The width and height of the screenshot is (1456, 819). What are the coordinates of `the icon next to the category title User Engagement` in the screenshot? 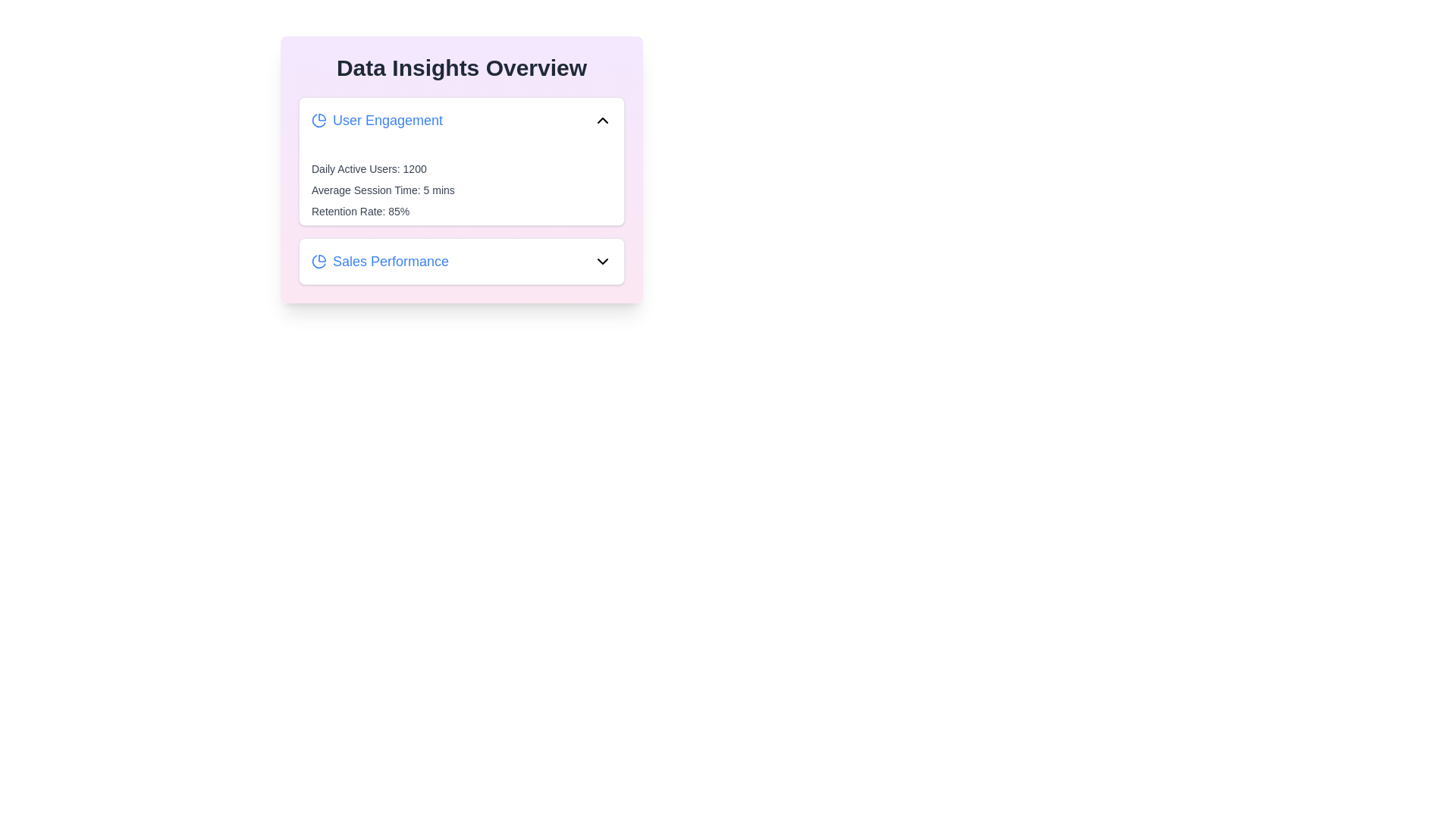 It's located at (318, 119).